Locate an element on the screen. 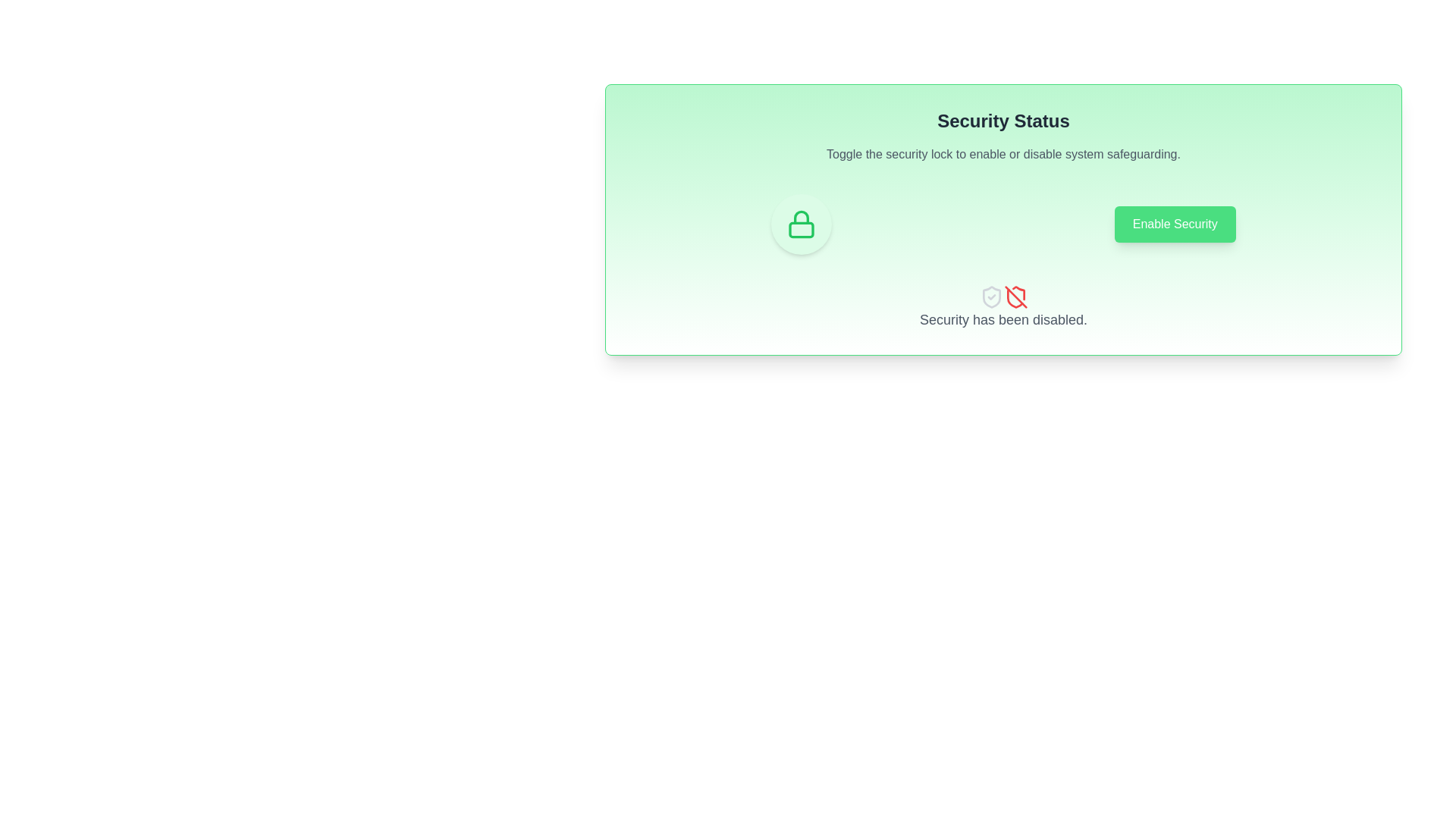 Image resolution: width=1456 pixels, height=819 pixels. the circular light green icon featuring a lock symbol in its center, located near the upper-center part of the green panel, to the left of the 'Enable Security' button is located at coordinates (801, 224).